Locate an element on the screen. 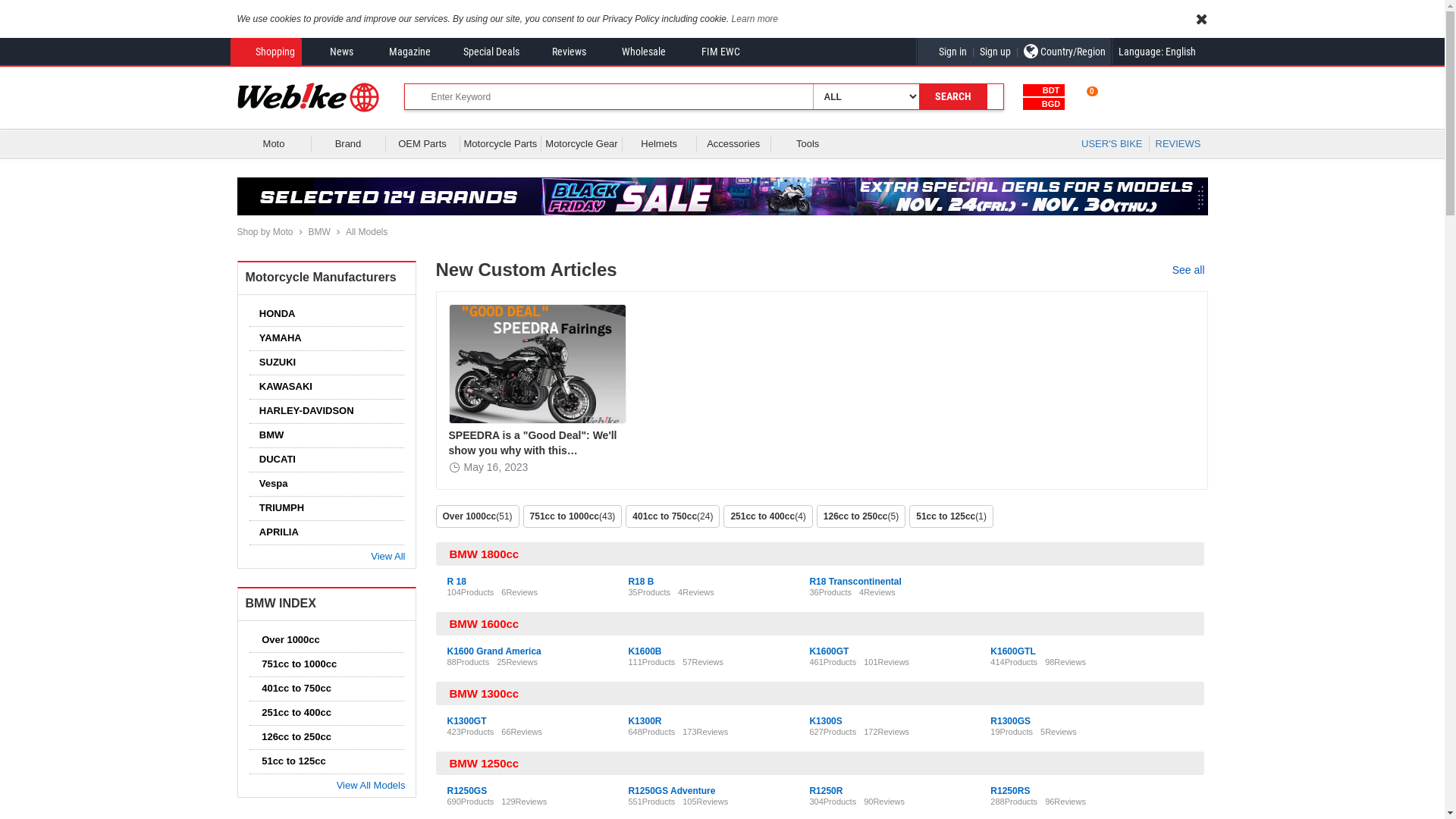  'Reviews' is located at coordinates (558, 51).